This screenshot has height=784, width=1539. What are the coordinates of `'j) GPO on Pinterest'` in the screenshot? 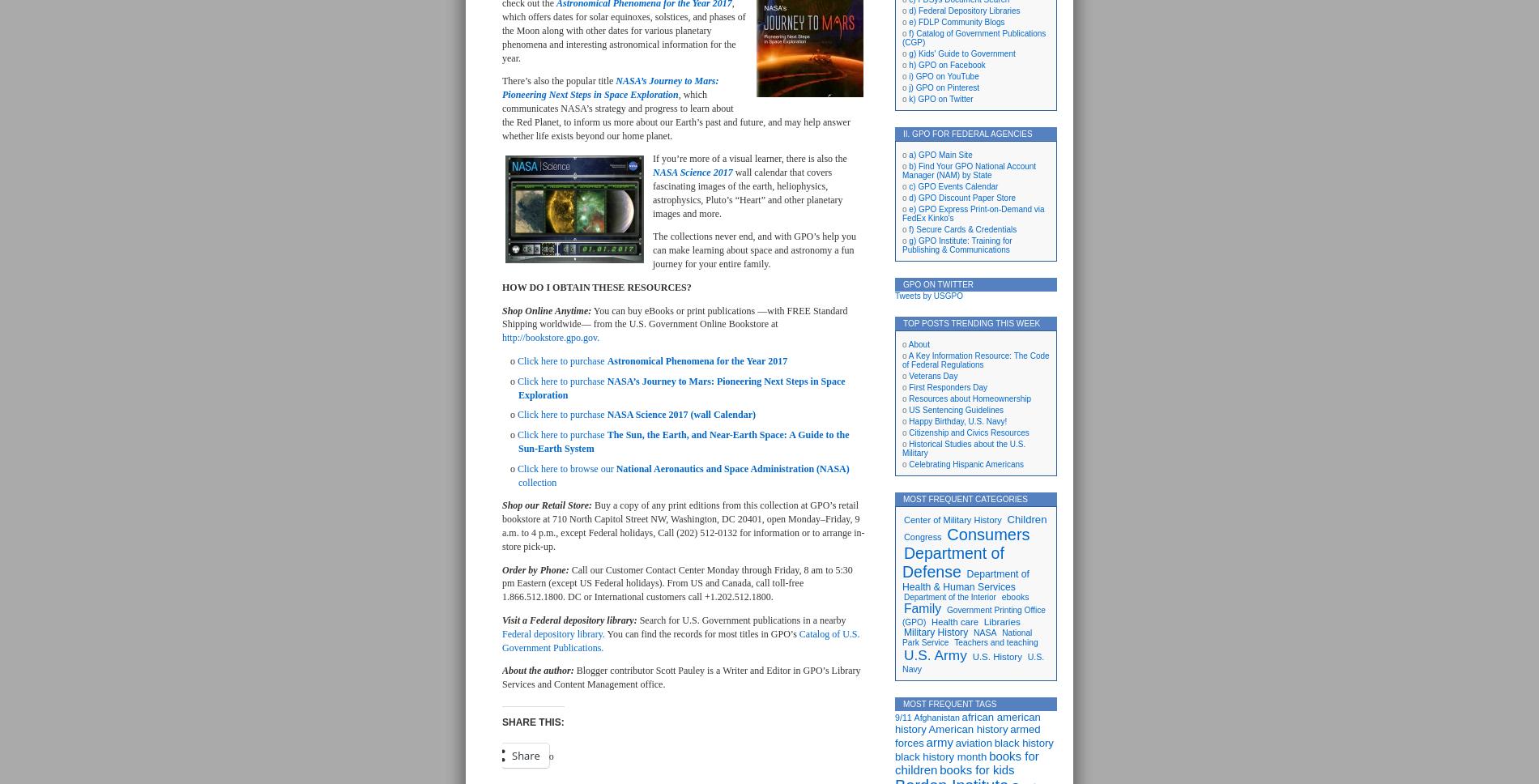 It's located at (908, 87).